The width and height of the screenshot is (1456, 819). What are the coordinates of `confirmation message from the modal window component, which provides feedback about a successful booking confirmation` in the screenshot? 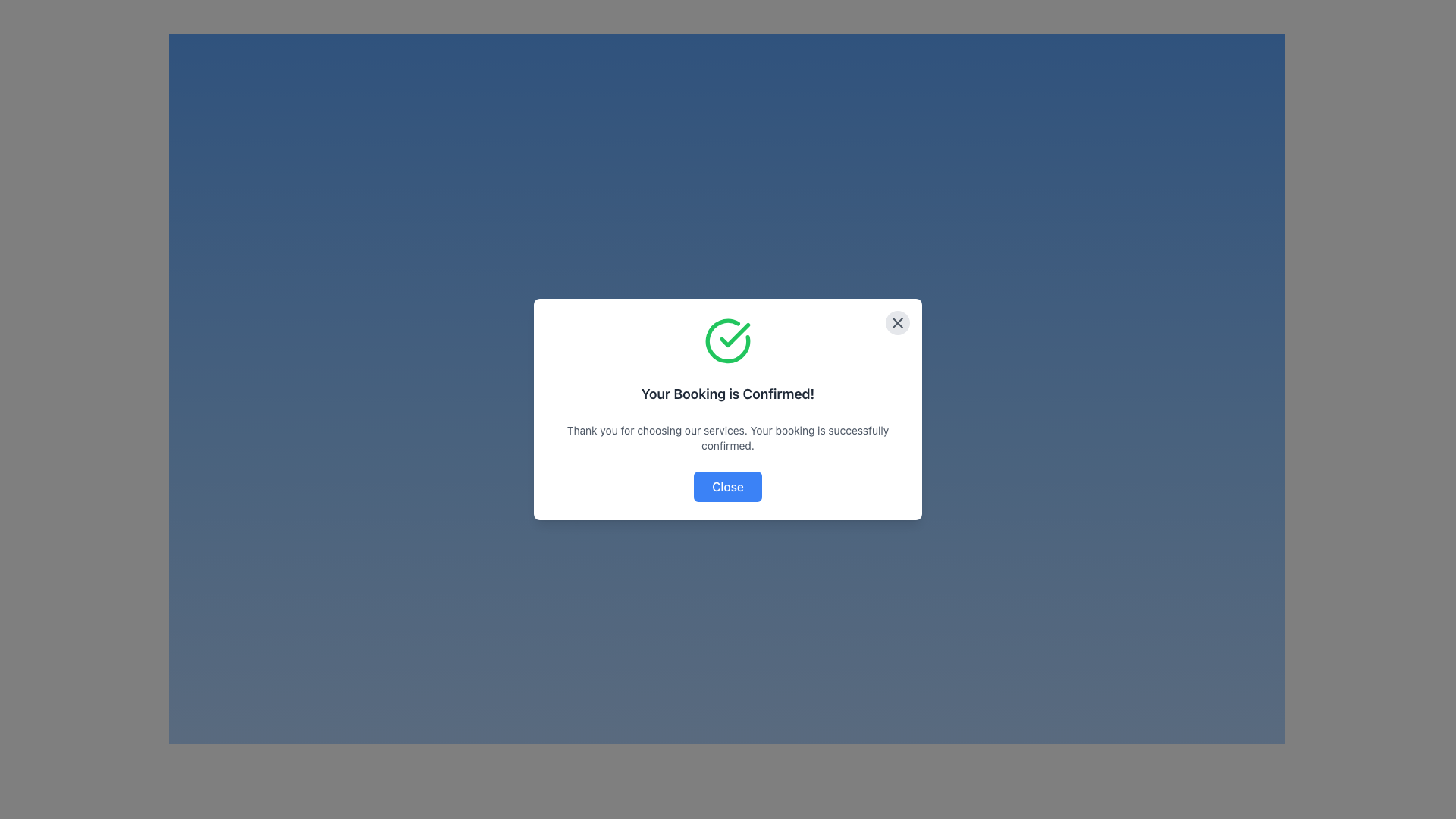 It's located at (728, 409).